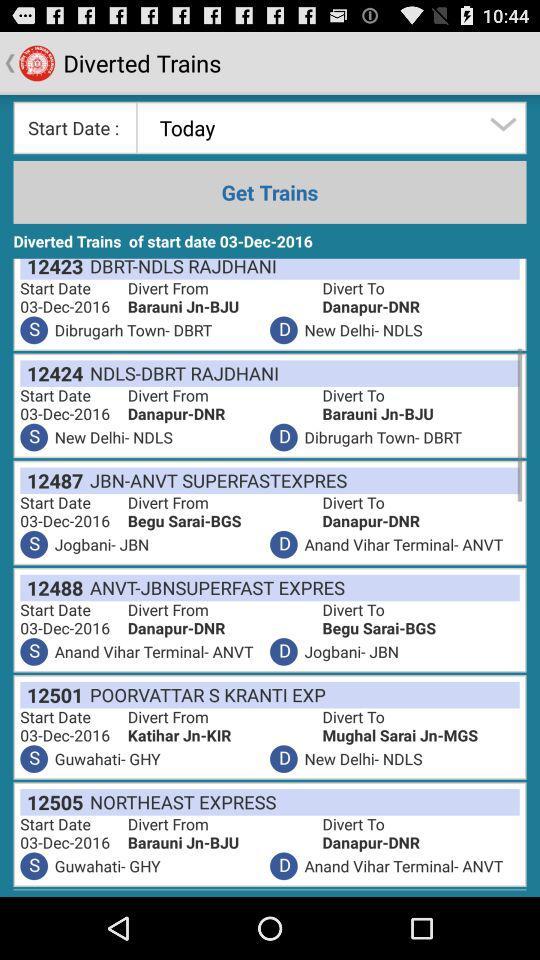  What do you see at coordinates (51, 372) in the screenshot?
I see `the 12424 item` at bounding box center [51, 372].